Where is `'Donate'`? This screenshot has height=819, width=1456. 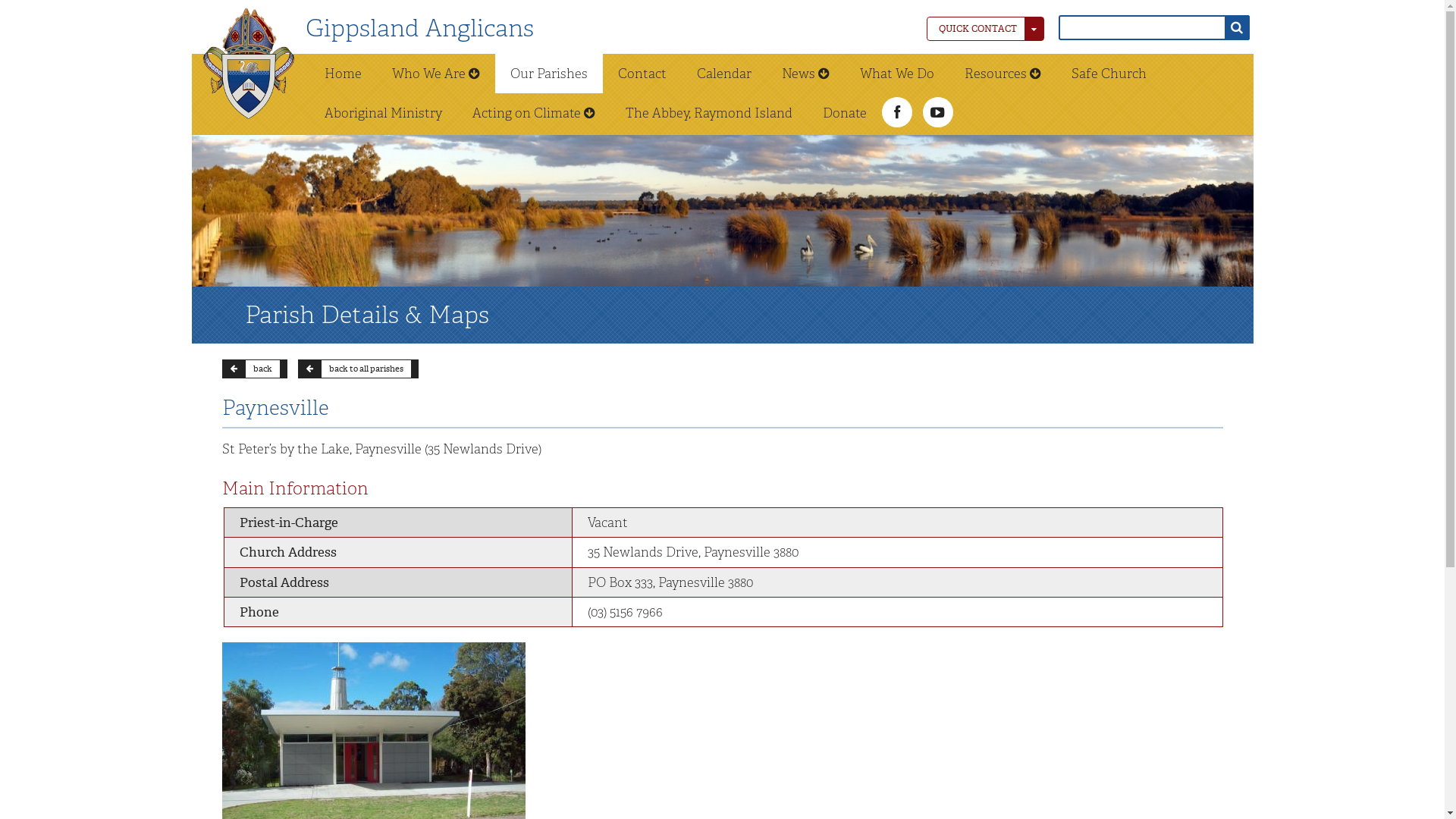 'Donate' is located at coordinates (843, 112).